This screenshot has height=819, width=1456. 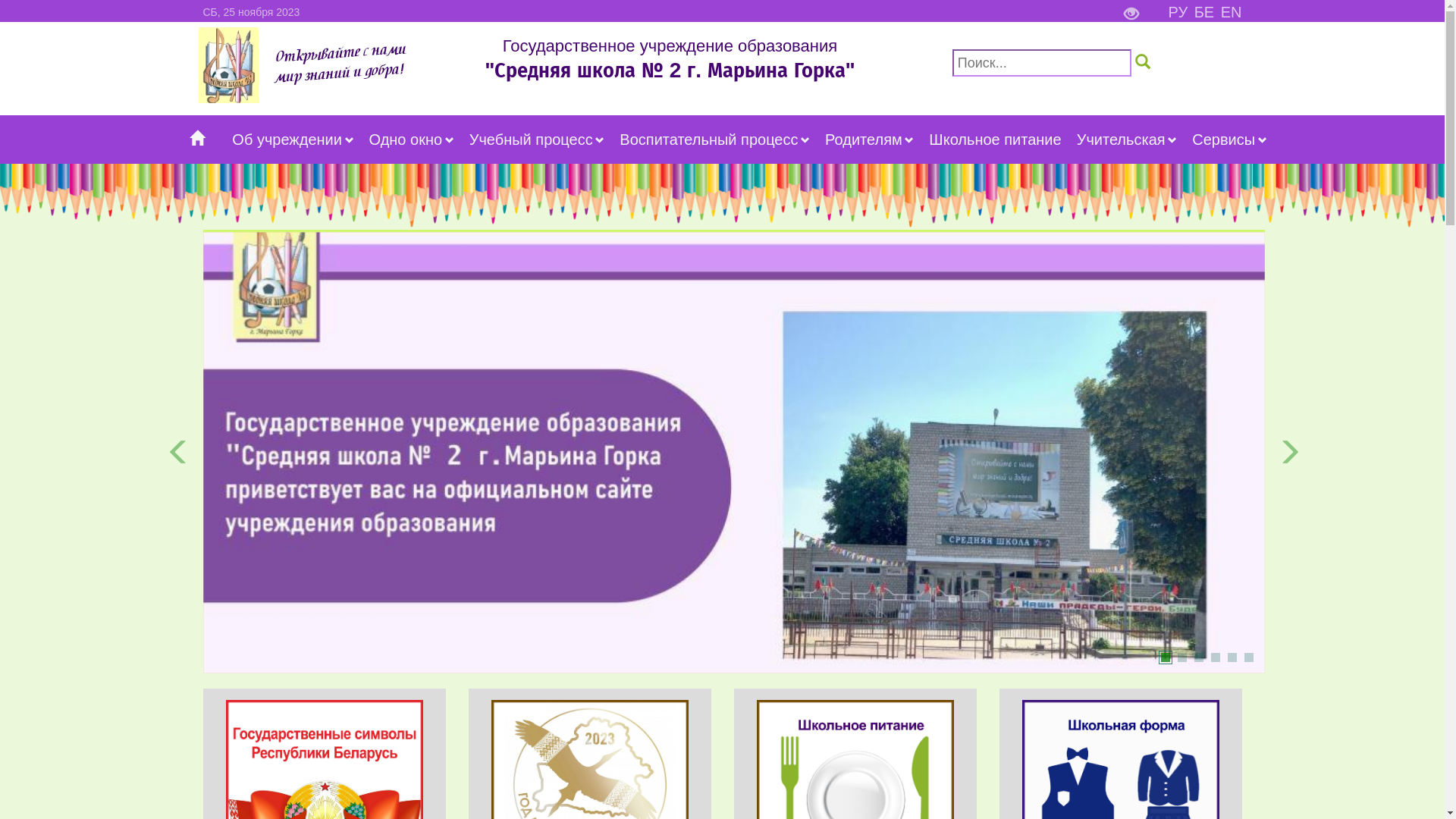 I want to click on '1', so click(x=1164, y=657).